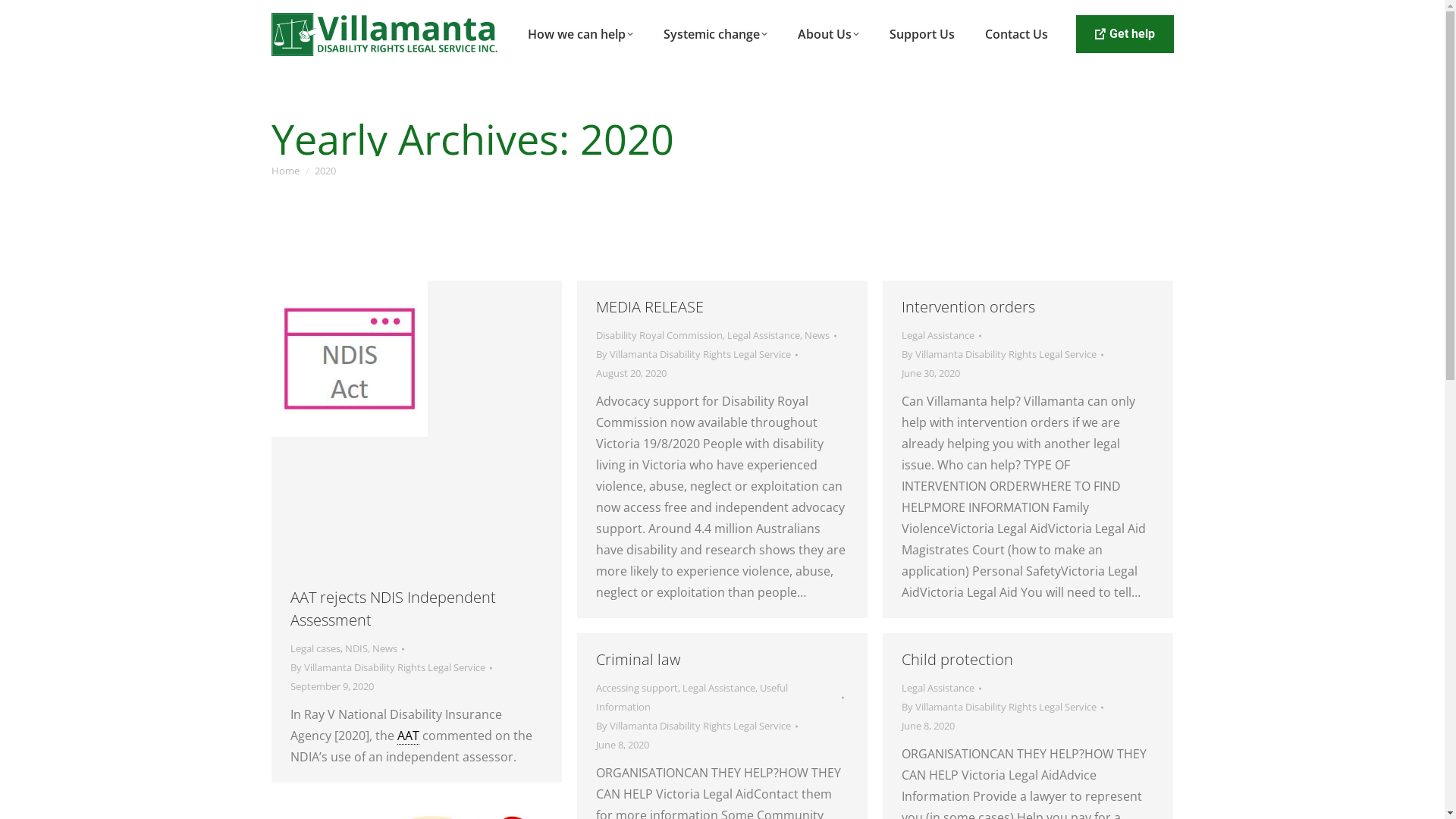  What do you see at coordinates (695, 354) in the screenshot?
I see `'By Villamanta Disability Rights Legal Service'` at bounding box center [695, 354].